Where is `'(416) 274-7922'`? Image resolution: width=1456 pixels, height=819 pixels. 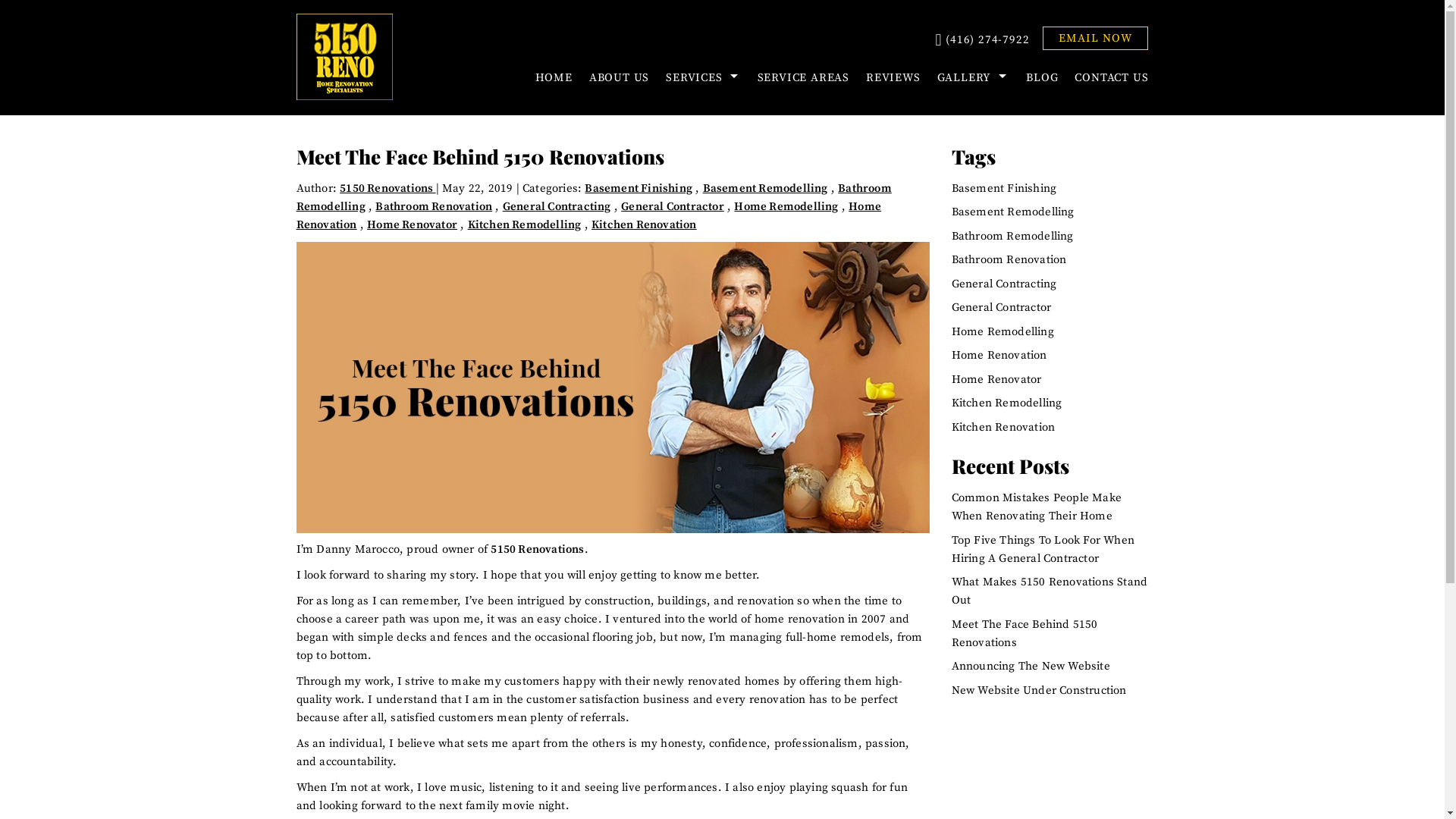
'(416) 274-7922' is located at coordinates (982, 39).